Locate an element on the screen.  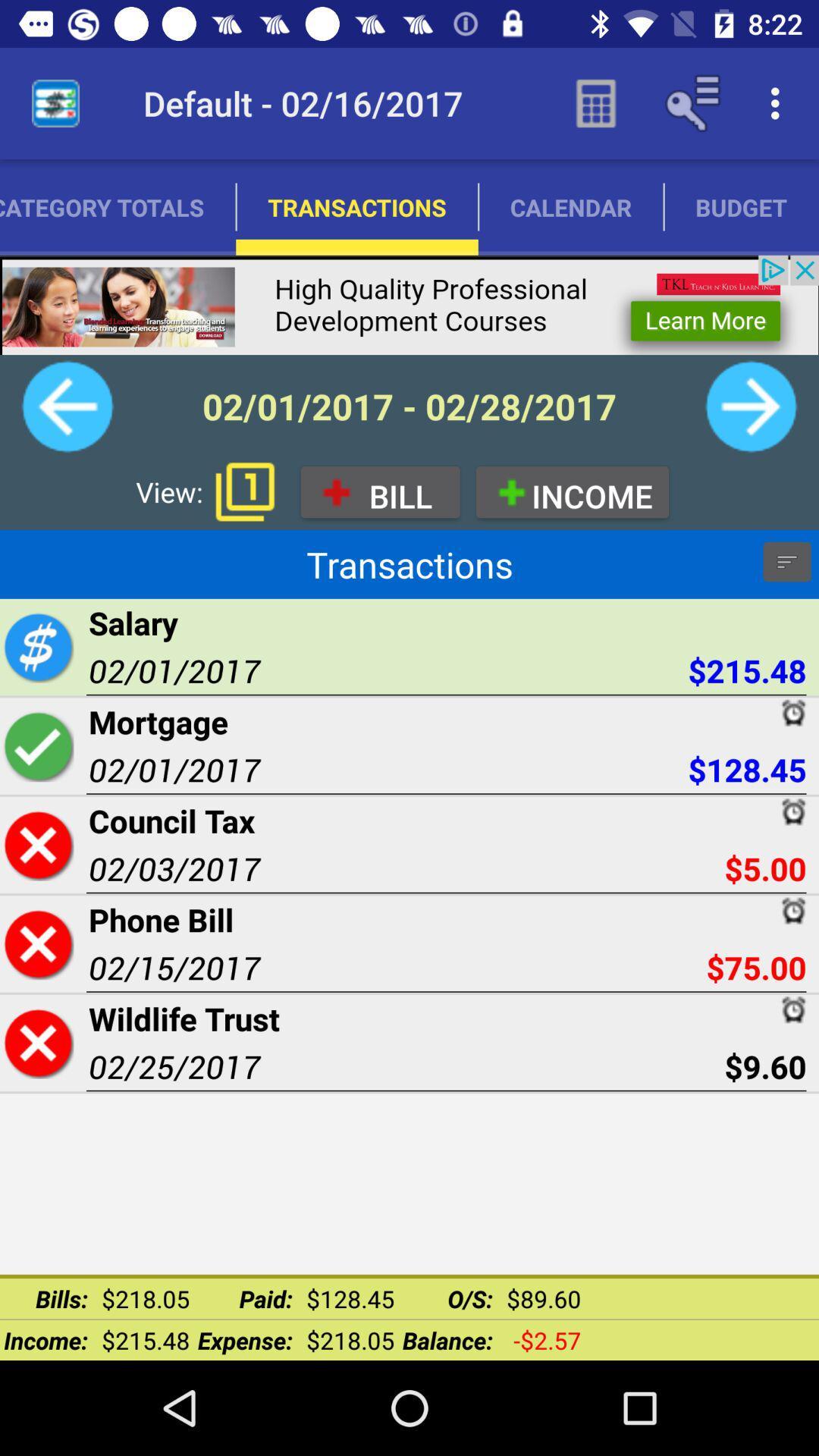
go back is located at coordinates (67, 406).